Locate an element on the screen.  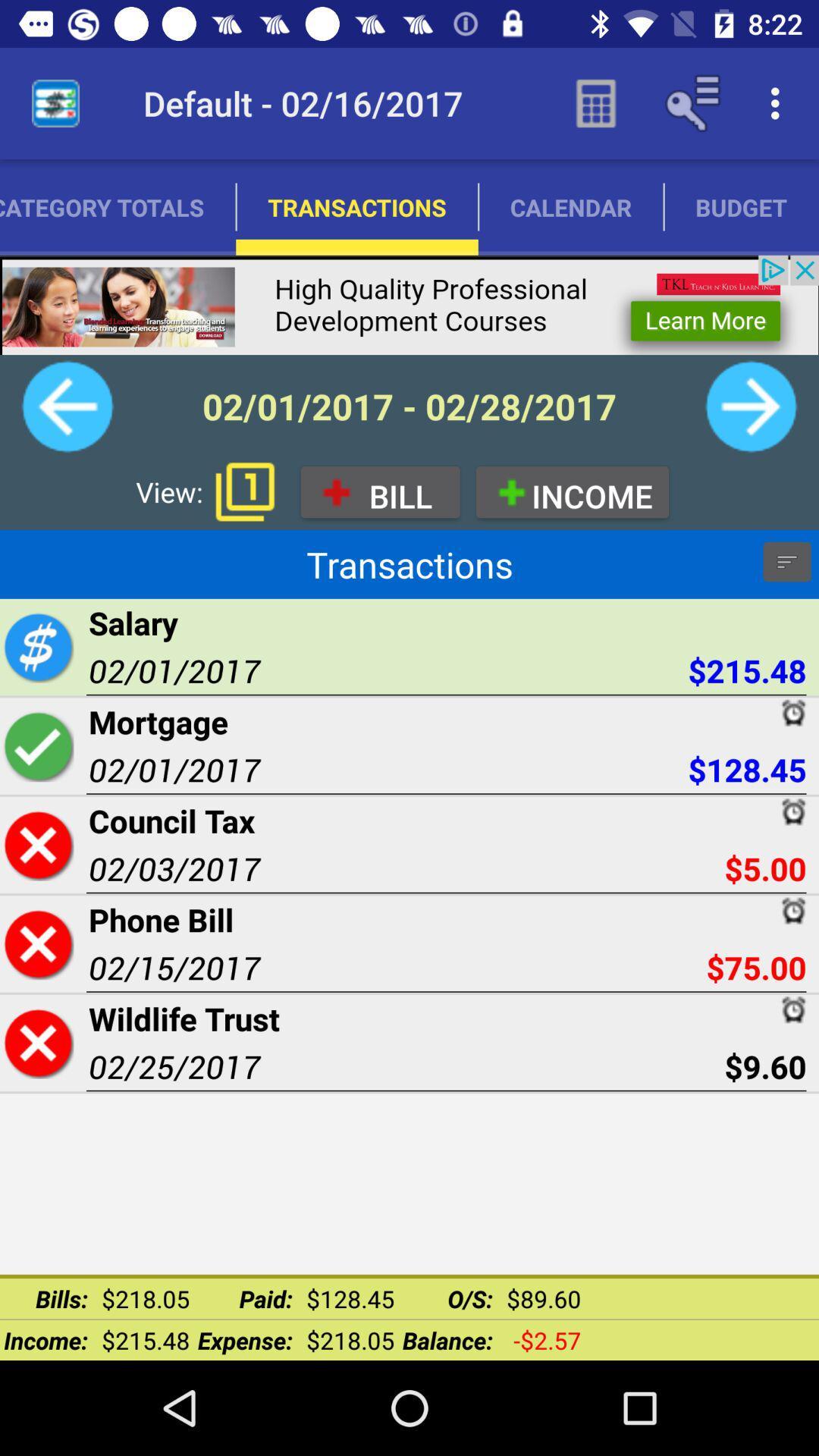
go back is located at coordinates (67, 406).